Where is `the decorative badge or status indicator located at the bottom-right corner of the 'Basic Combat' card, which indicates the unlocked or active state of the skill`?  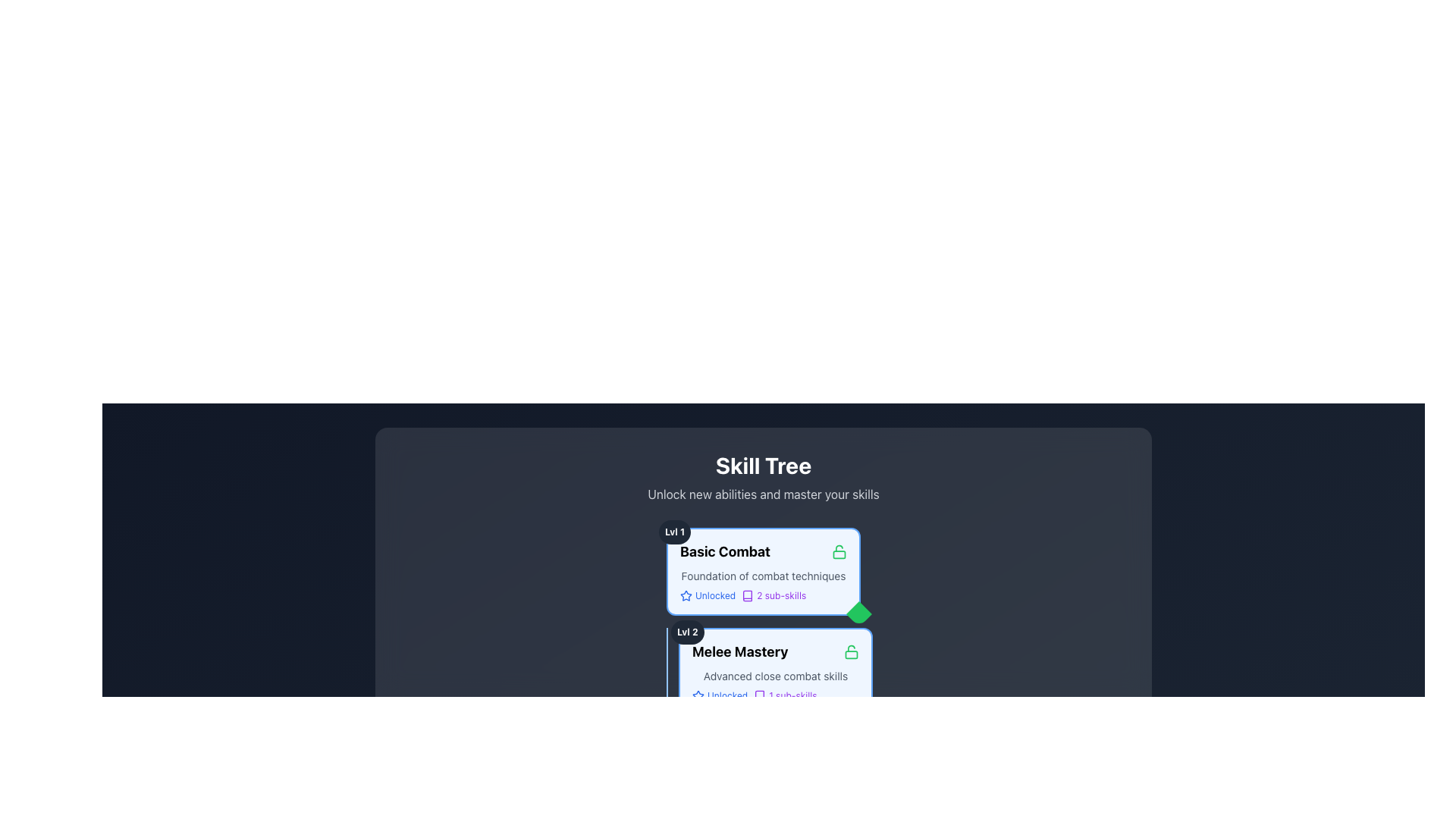 the decorative badge or status indicator located at the bottom-right corner of the 'Basic Combat' card, which indicates the unlocked or active state of the skill is located at coordinates (858, 614).